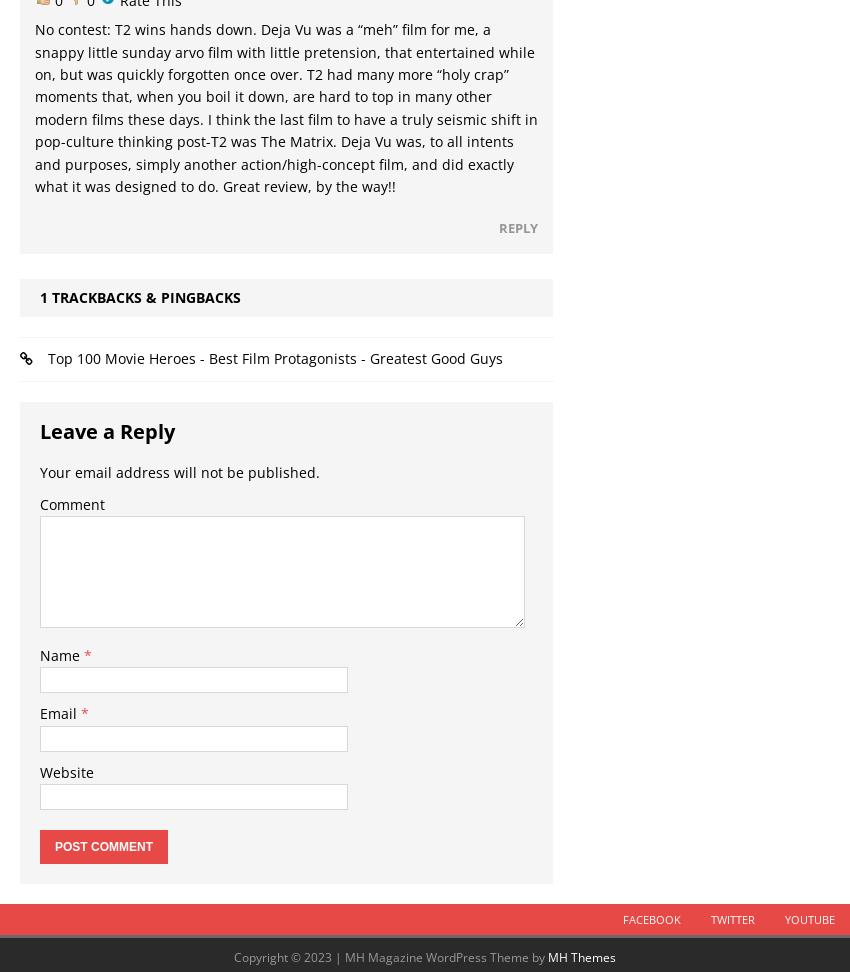  I want to click on 'Reply', so click(517, 227).